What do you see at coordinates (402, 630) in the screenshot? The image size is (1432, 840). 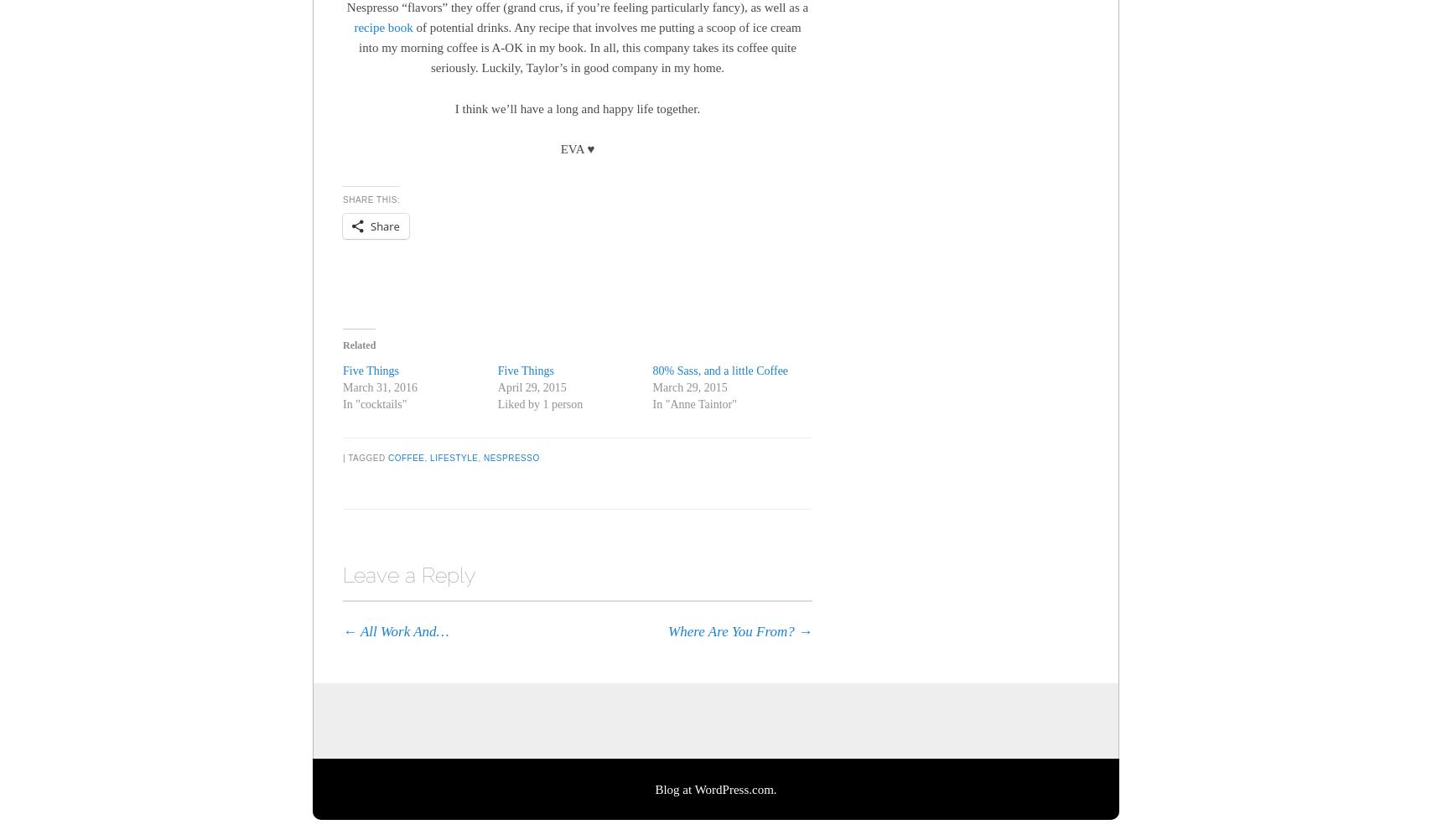 I see `'All Work And…'` at bounding box center [402, 630].